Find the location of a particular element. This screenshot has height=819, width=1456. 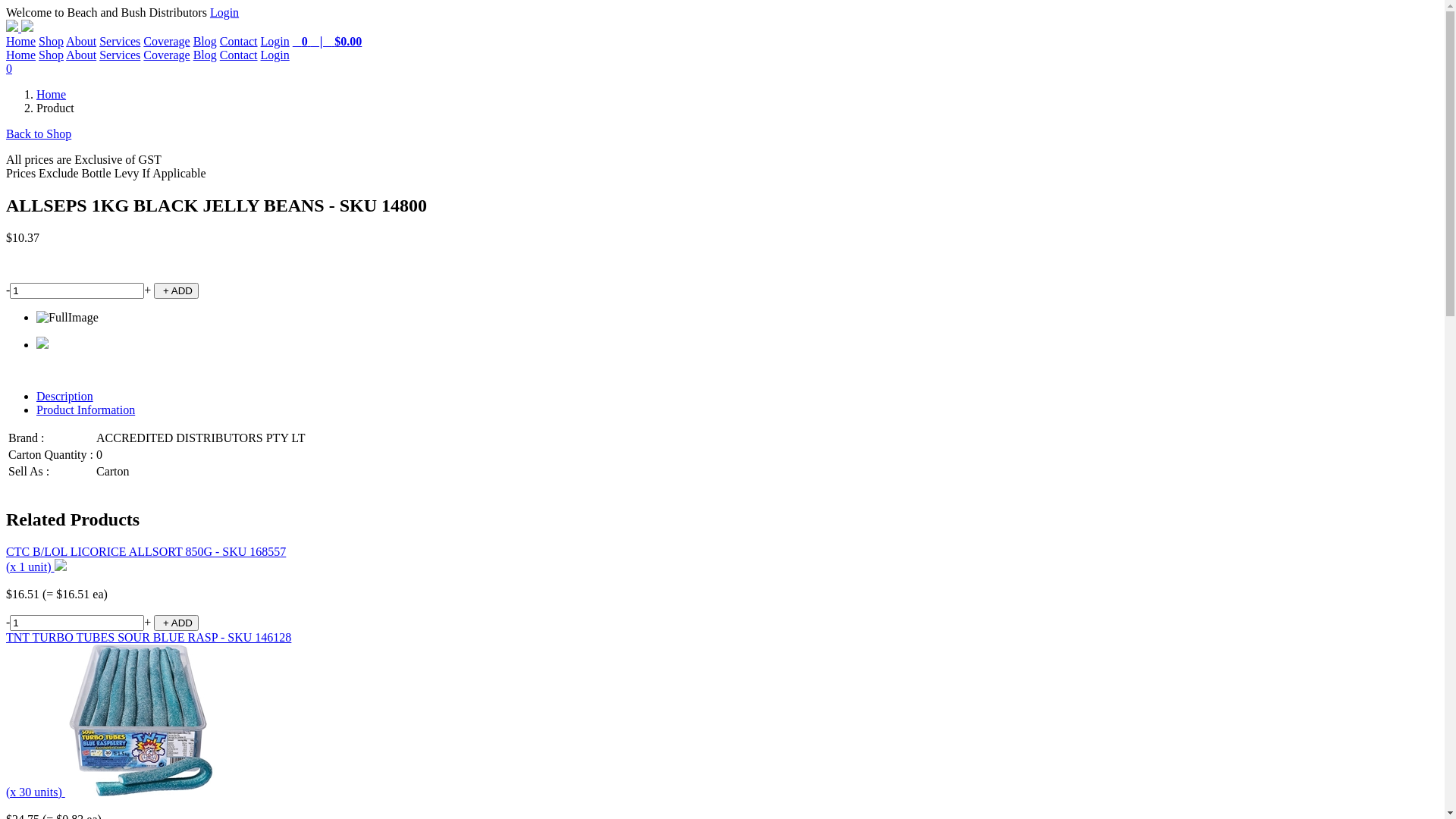

'Product Information' is located at coordinates (85, 409).